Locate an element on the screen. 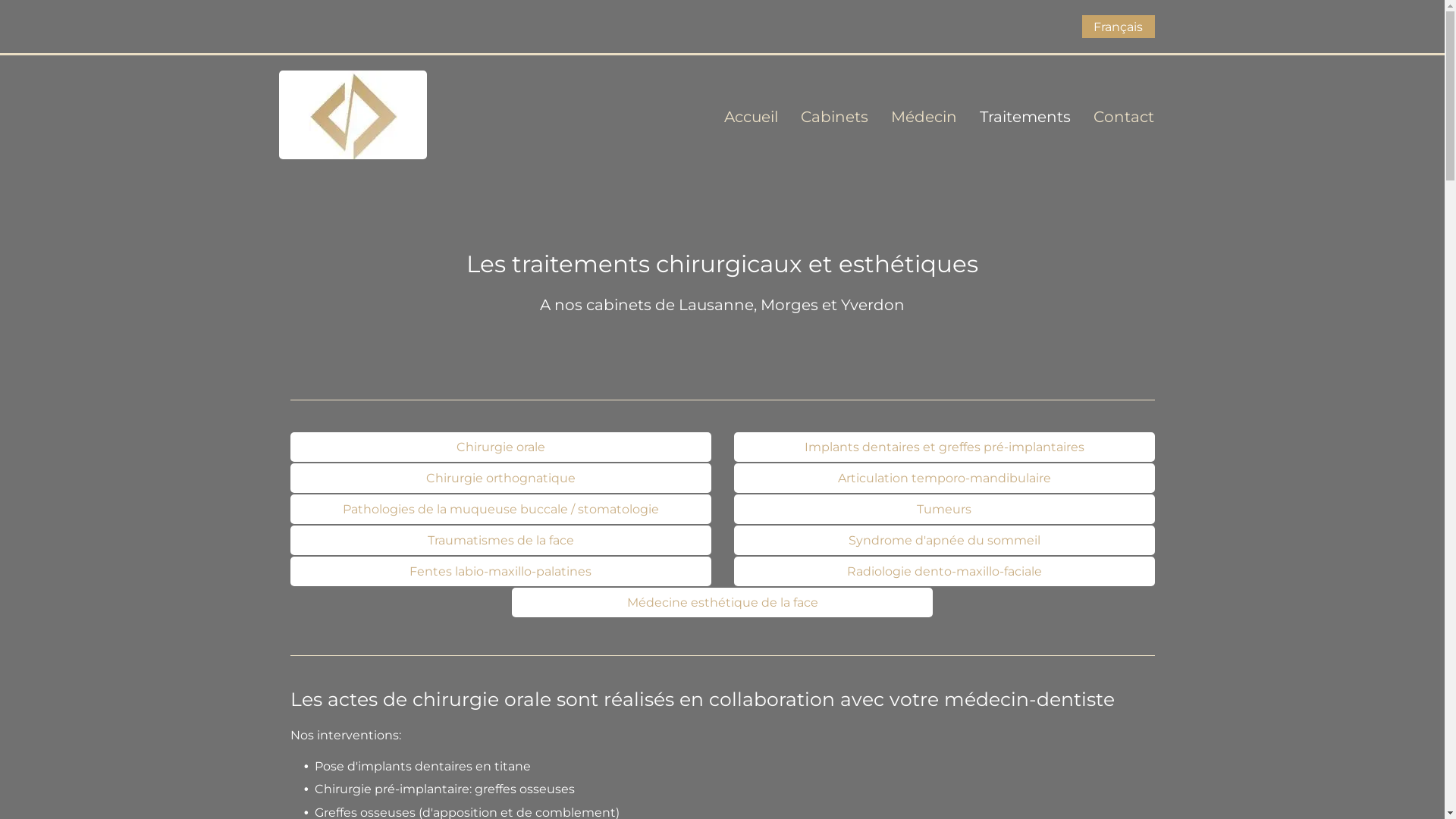  'Accueil' is located at coordinates (739, 116).